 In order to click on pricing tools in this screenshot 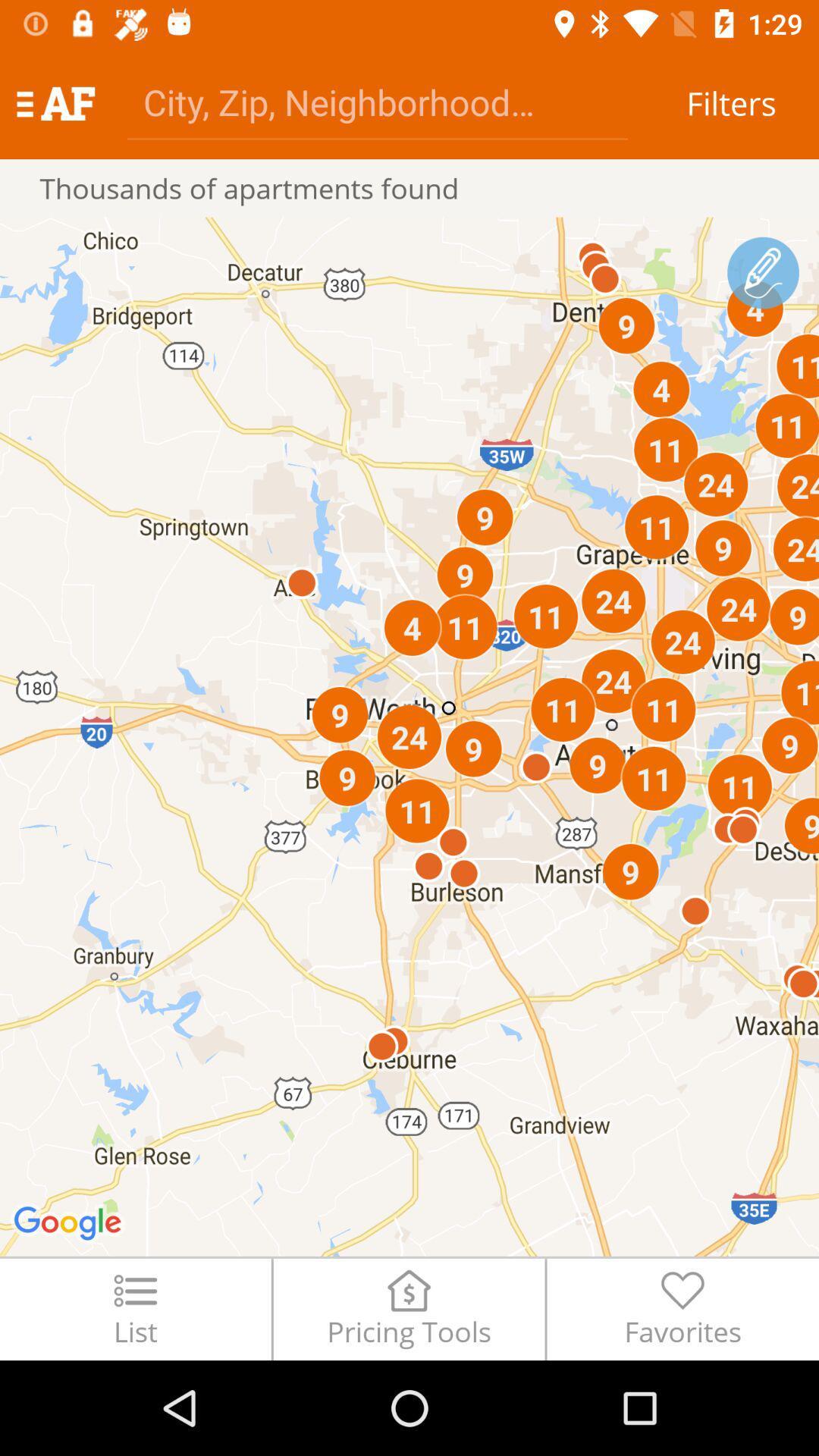, I will do `click(408, 1308)`.